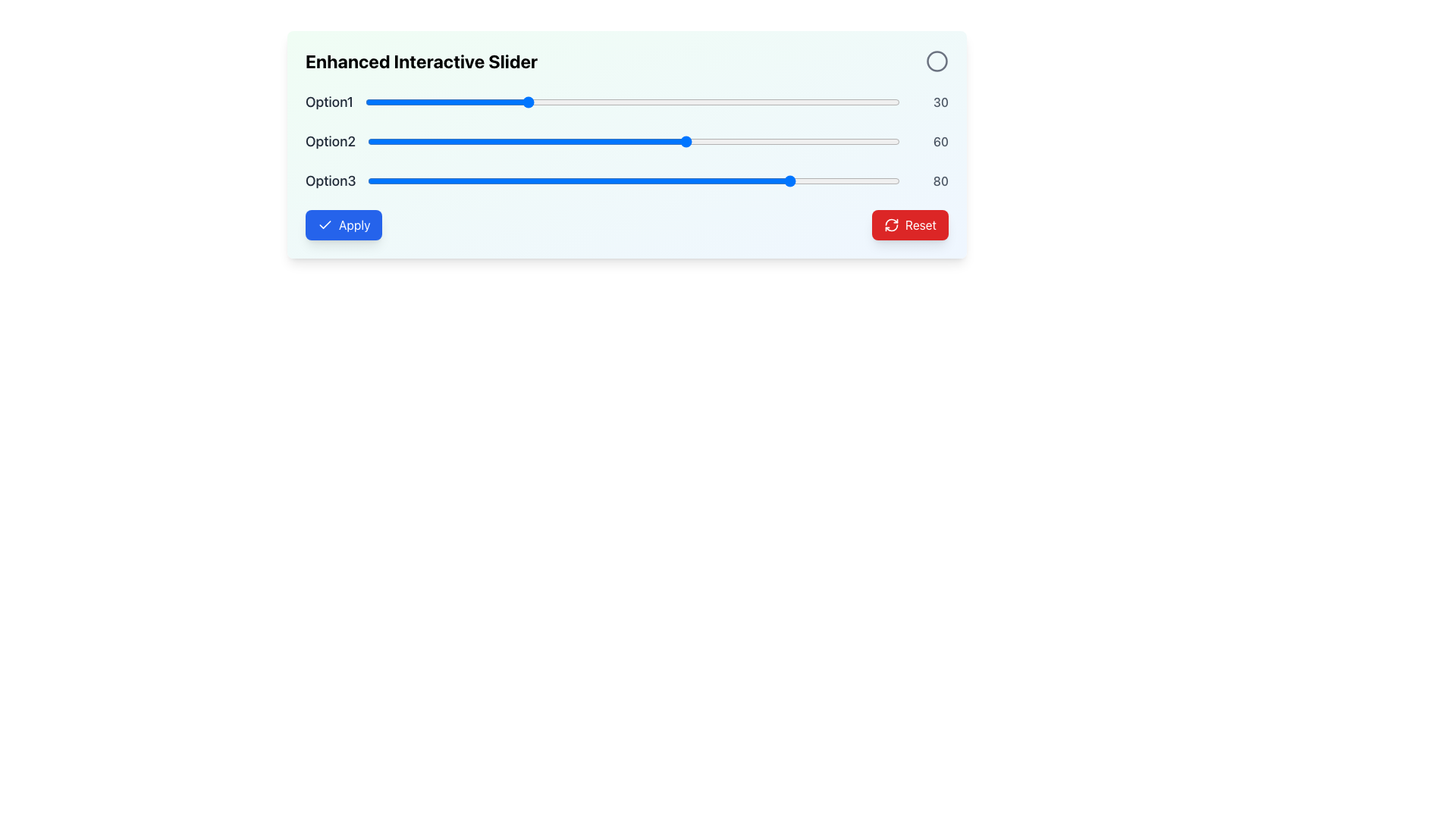 This screenshot has width=1456, height=819. Describe the element at coordinates (632, 102) in the screenshot. I see `the handle of the horizontal range slider that is prominently positioned between the label 'Option1' and the numeric value '30'` at that location.